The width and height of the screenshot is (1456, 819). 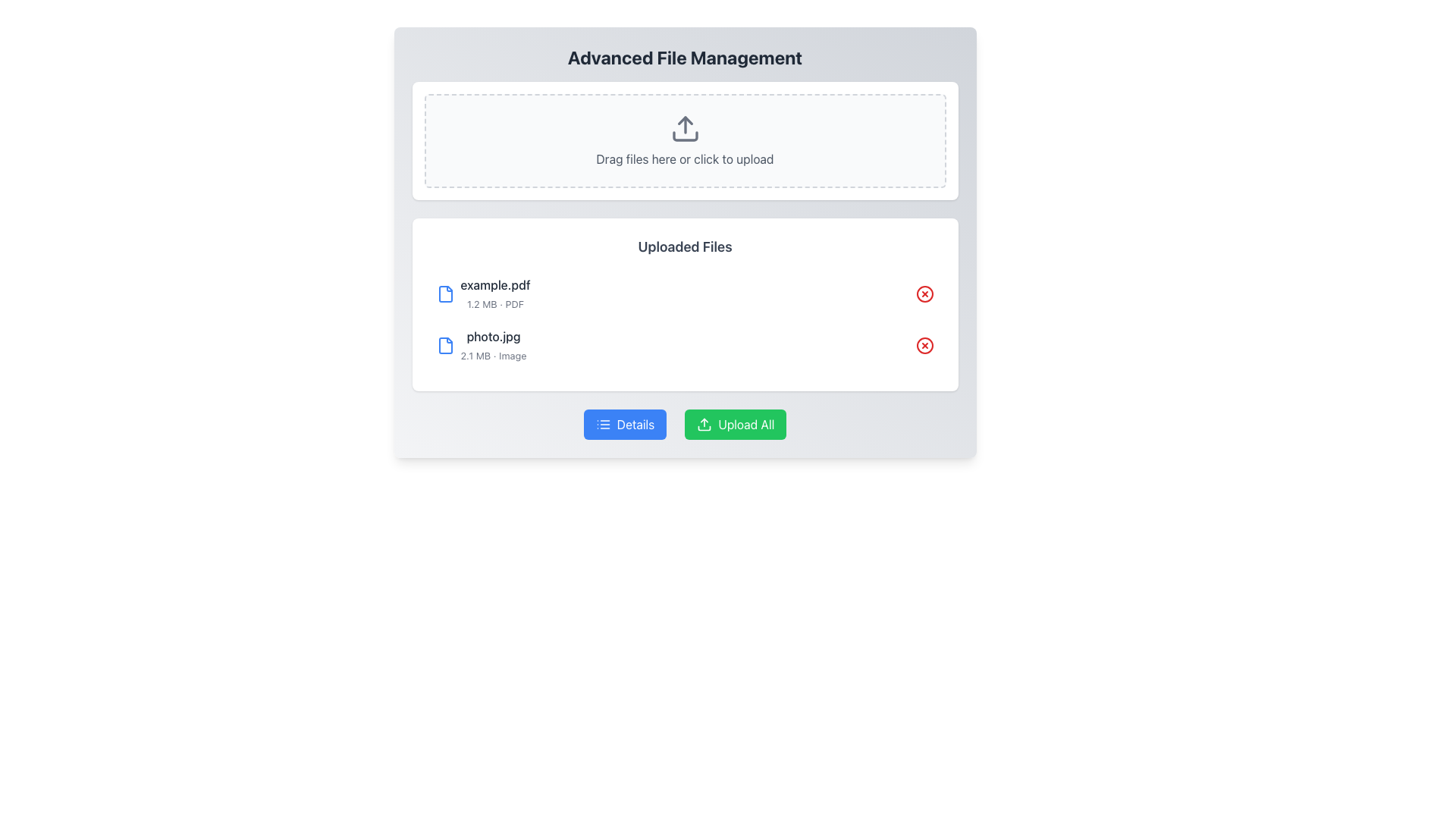 What do you see at coordinates (495, 284) in the screenshot?
I see `the Text Label displaying the name 'example.pdf' which is located to the right of a blue file icon in the uploaded files section` at bounding box center [495, 284].